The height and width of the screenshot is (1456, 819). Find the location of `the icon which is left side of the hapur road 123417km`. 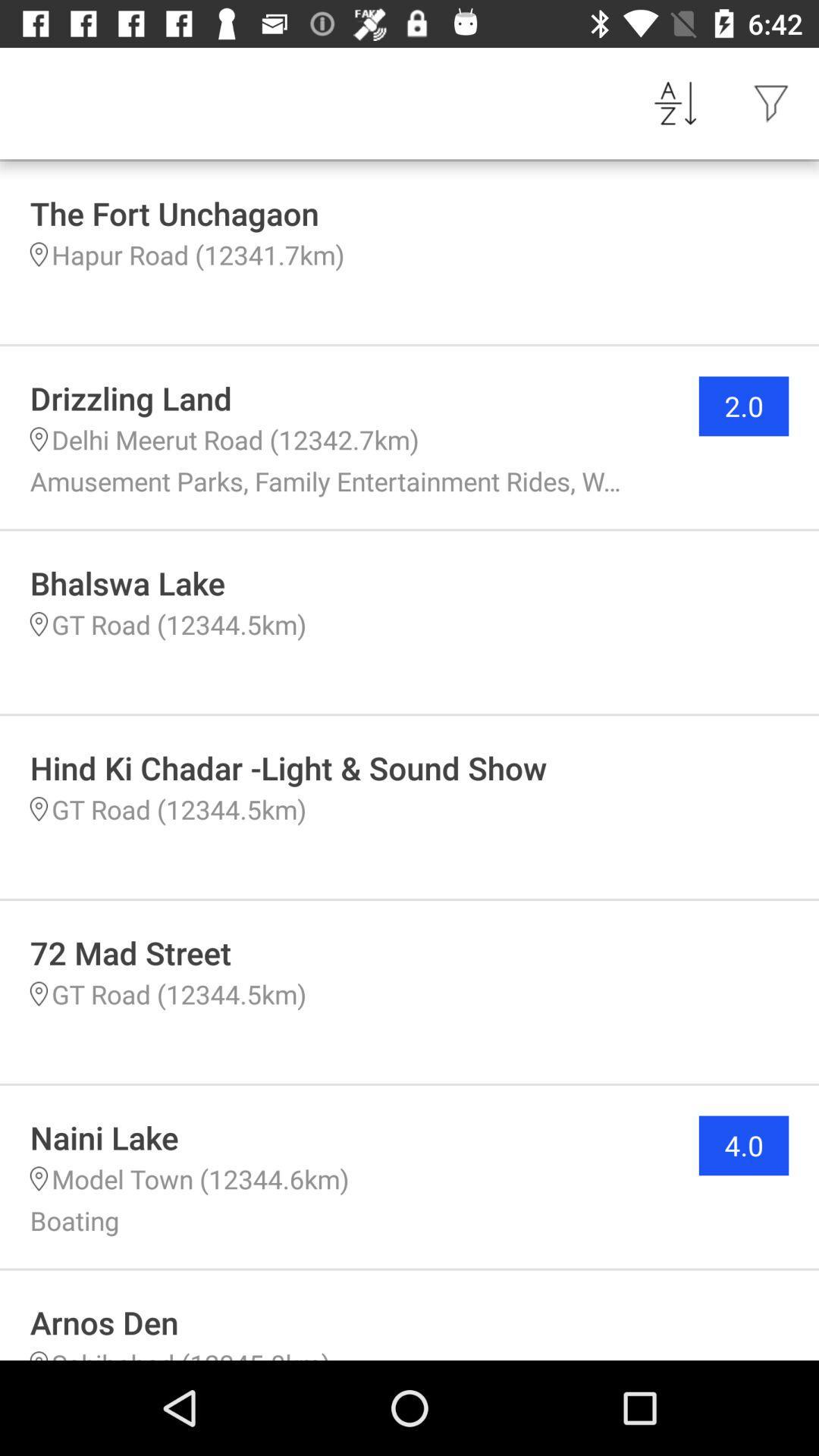

the icon which is left side of the hapur road 123417km is located at coordinates (38, 255).